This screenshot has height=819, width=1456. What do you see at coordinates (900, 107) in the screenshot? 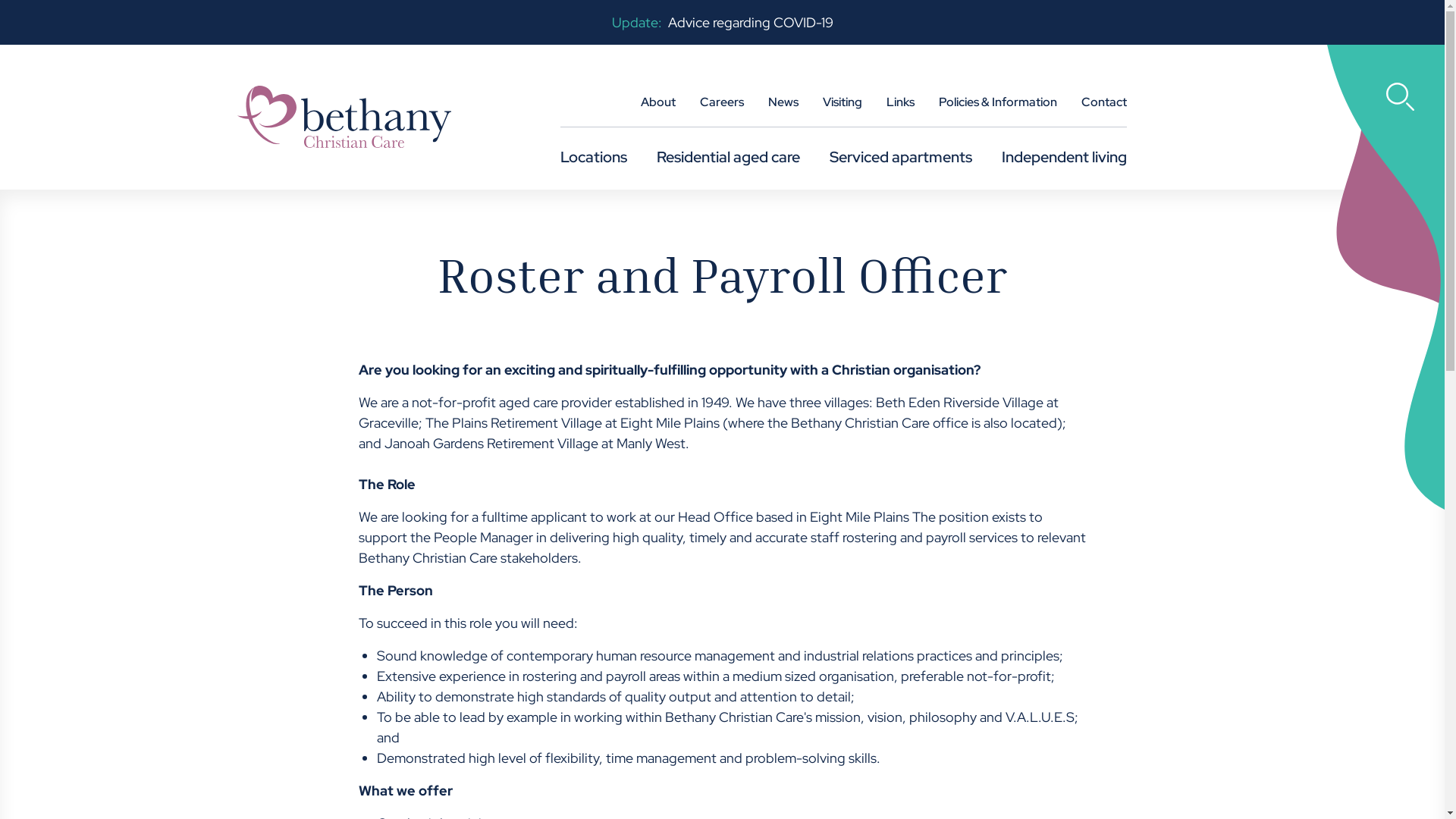
I see `'Links'` at bounding box center [900, 107].